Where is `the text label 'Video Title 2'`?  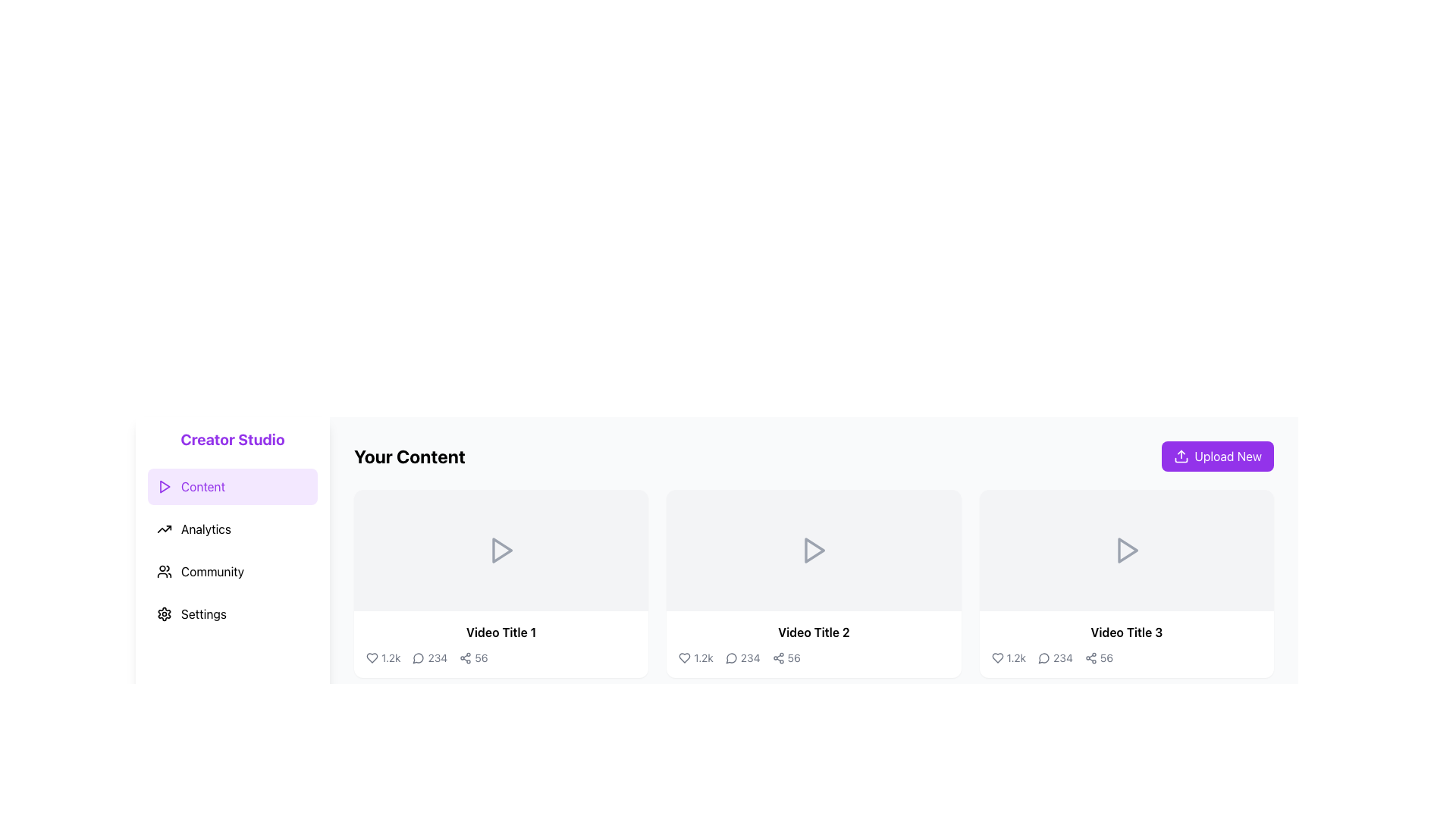
the text label 'Video Title 2' is located at coordinates (813, 632).